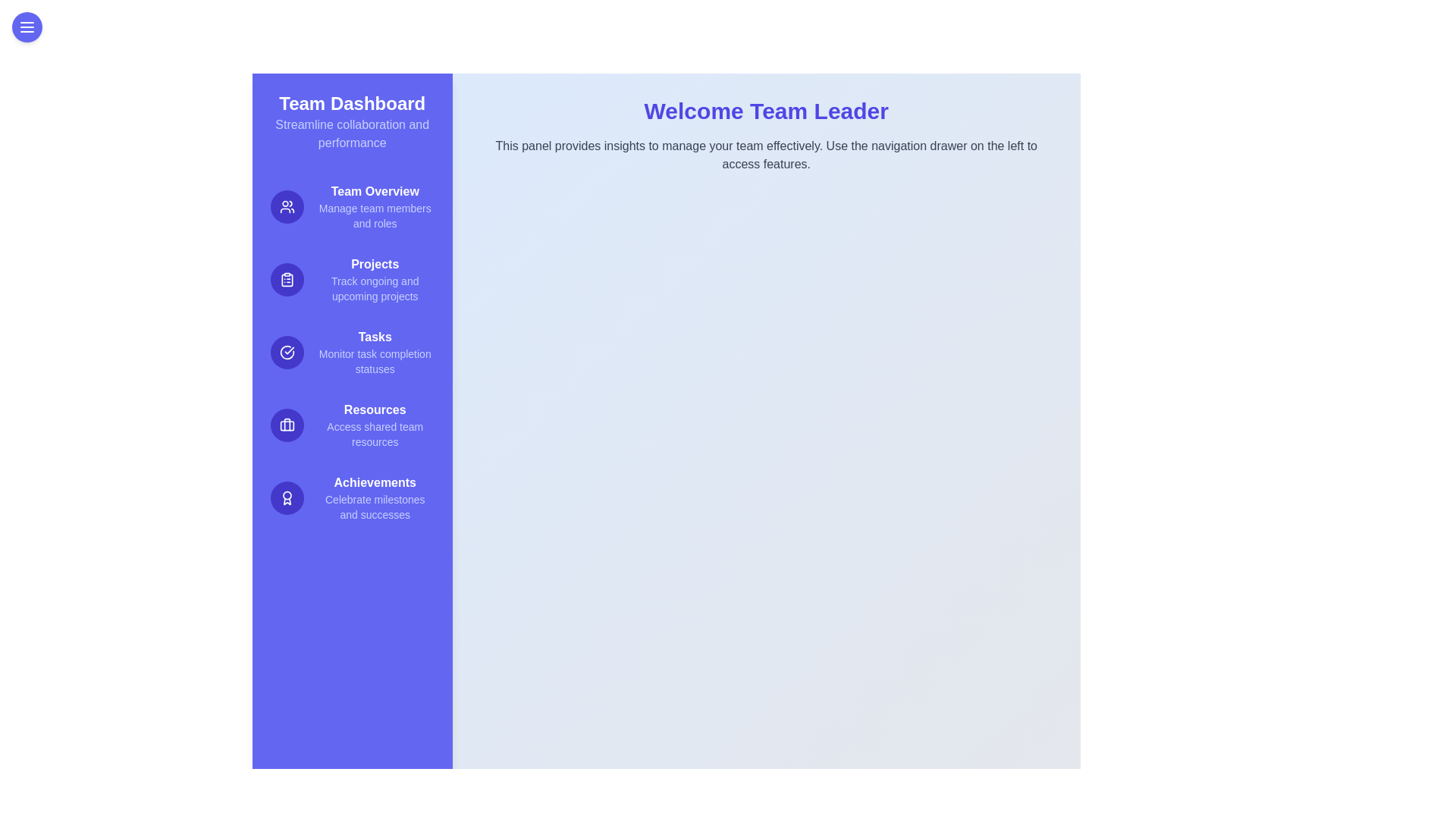 The height and width of the screenshot is (819, 1456). I want to click on the Tasks feature in the drawer menu, so click(351, 353).